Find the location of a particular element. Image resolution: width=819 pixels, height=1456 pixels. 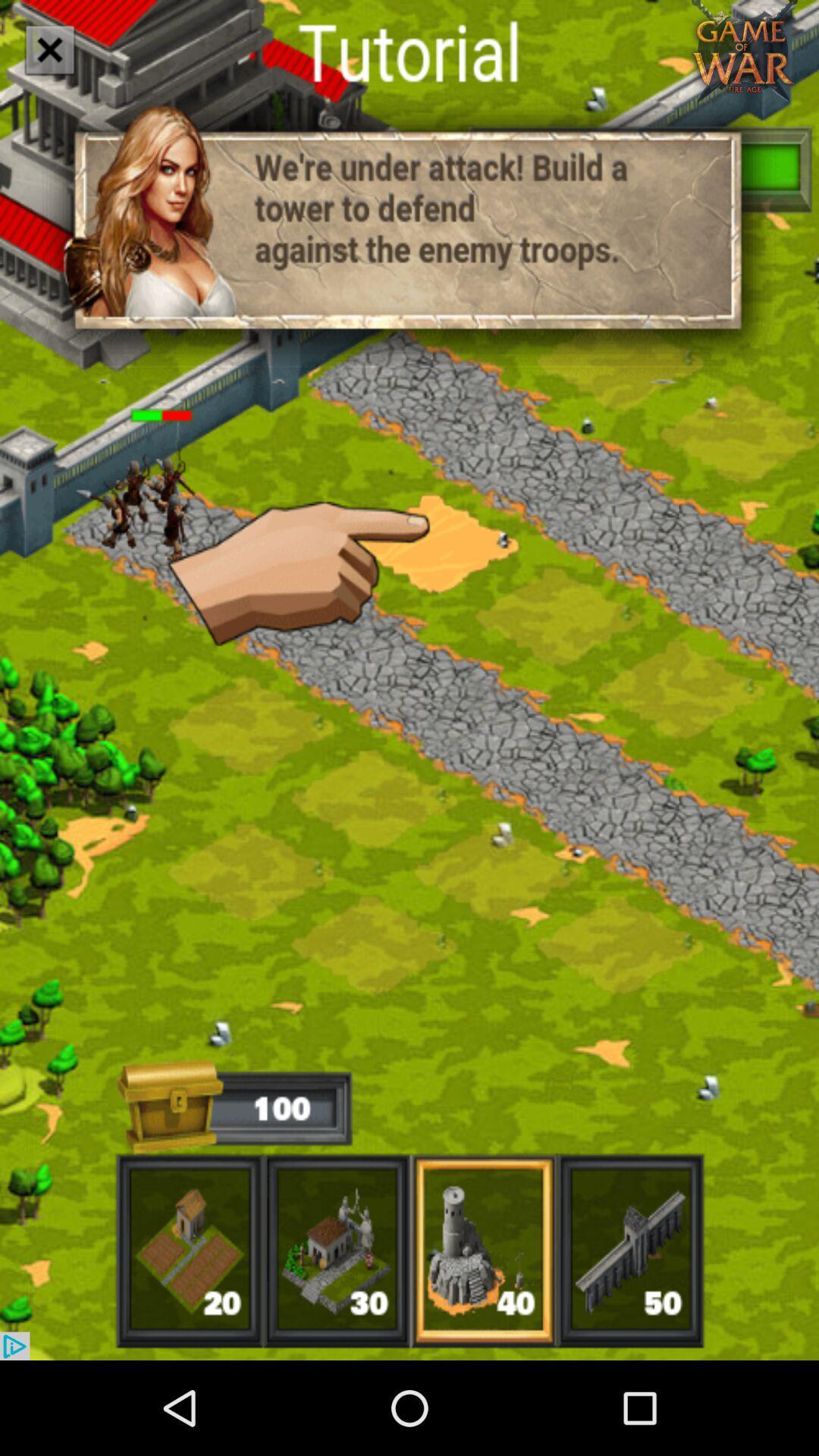

the close icon is located at coordinates (49, 53).